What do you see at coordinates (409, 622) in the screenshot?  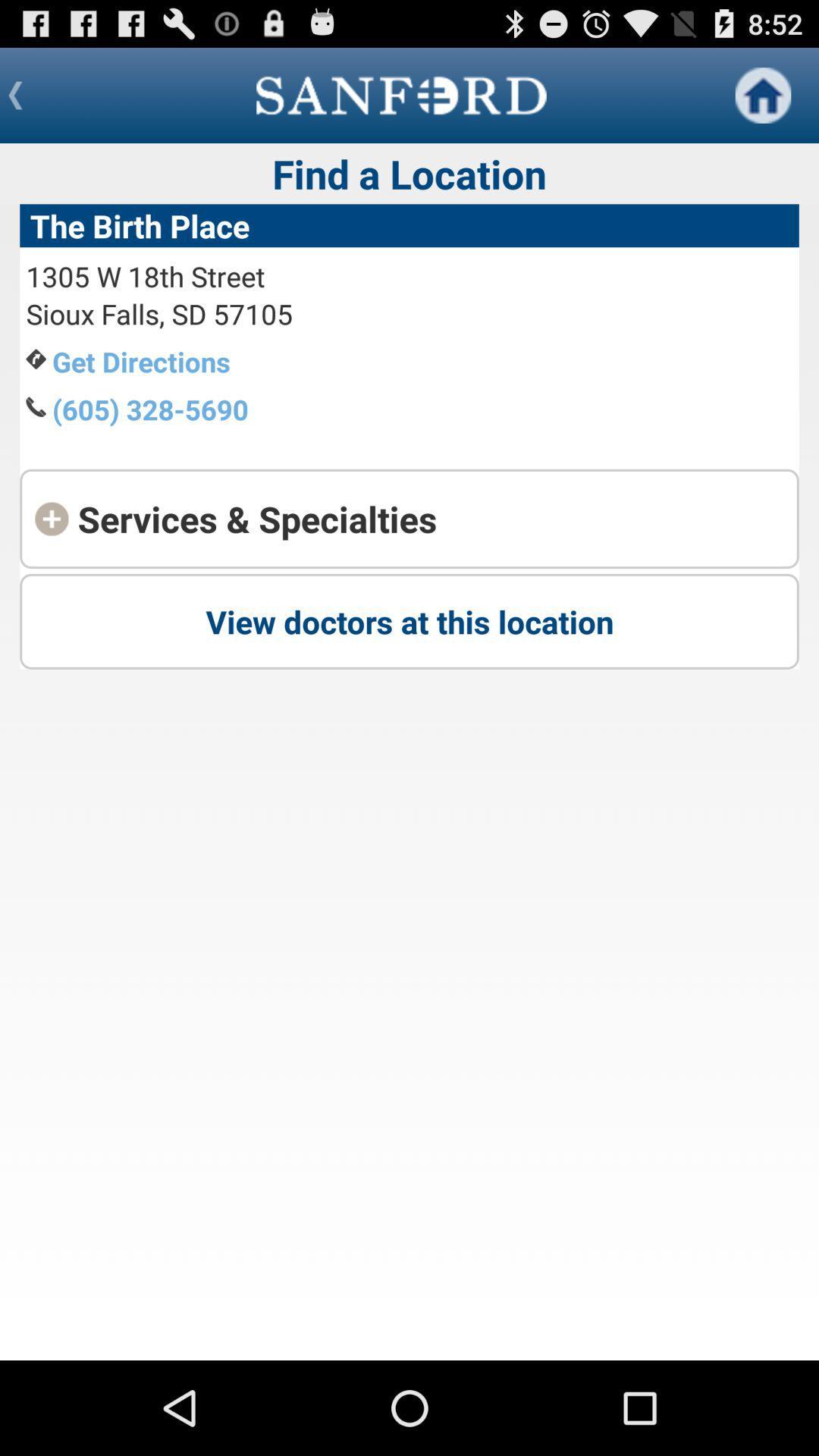 I see `the last button` at bounding box center [409, 622].